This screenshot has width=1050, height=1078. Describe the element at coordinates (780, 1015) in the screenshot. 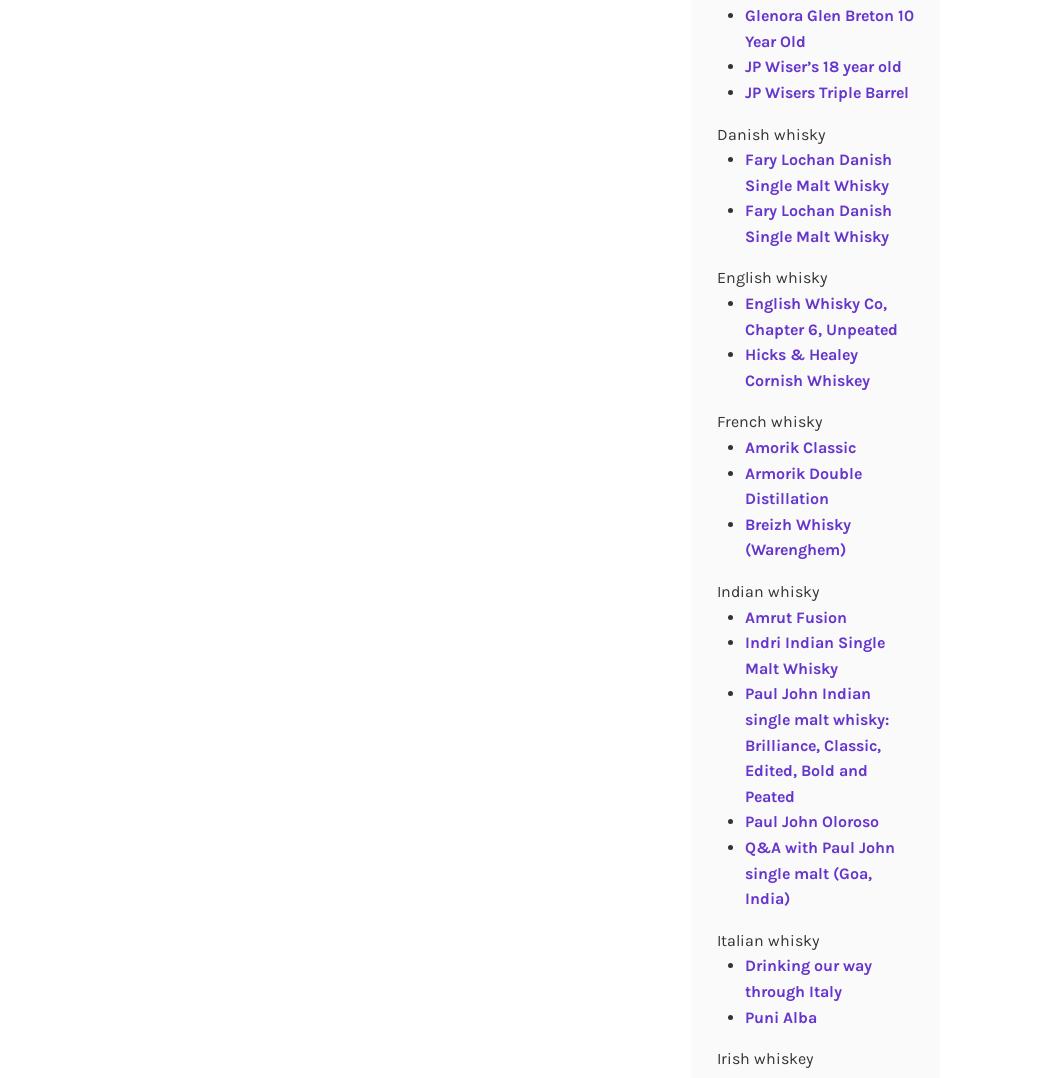

I see `'Puni Alba'` at that location.